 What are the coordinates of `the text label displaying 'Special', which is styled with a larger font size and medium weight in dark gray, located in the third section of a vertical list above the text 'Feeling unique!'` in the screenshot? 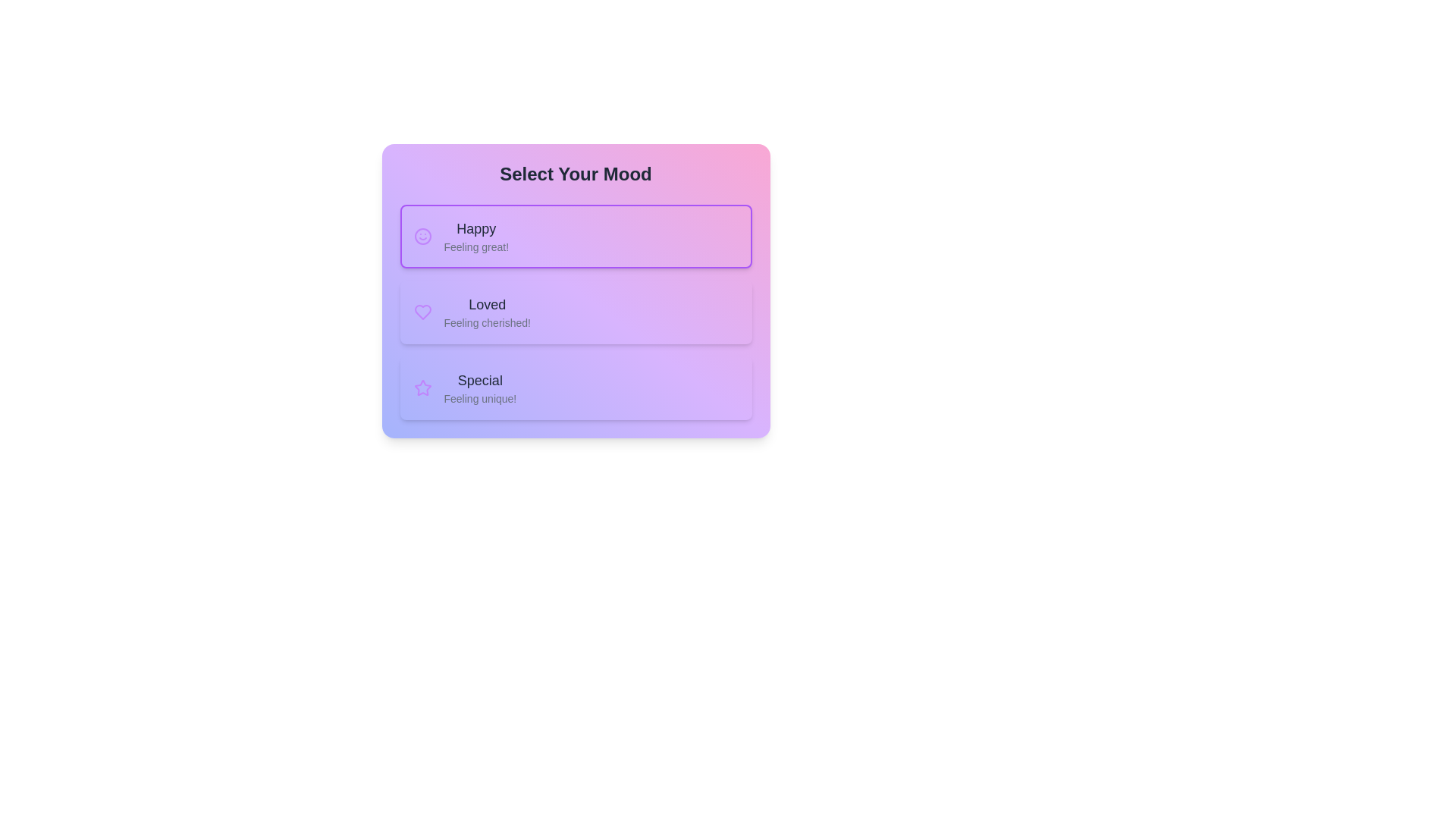 It's located at (479, 379).